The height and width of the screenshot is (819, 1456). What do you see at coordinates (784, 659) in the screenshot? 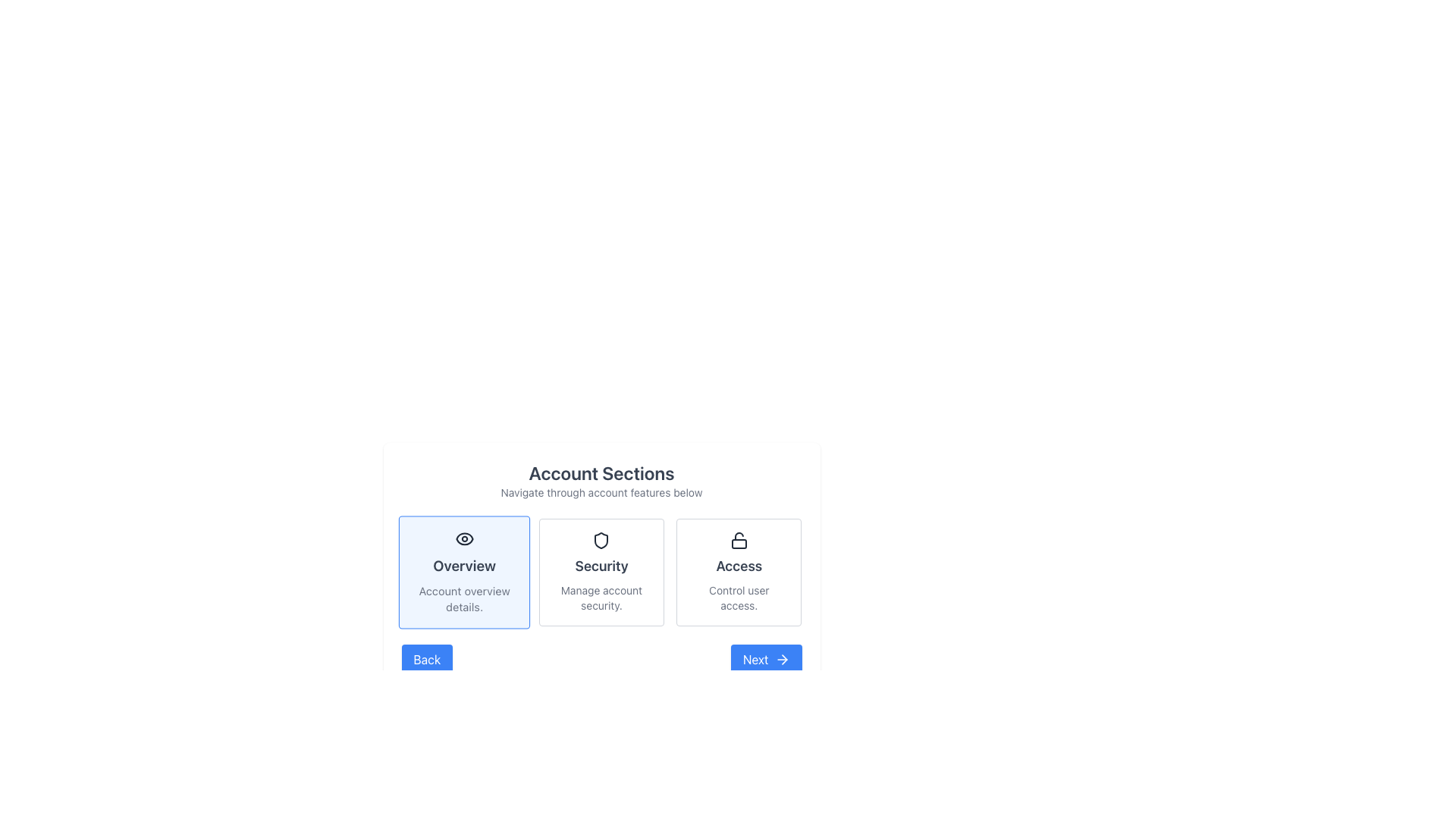
I see `the rightward-pointing arrow vector graphic icon within the 'Next' button, which serves as a visual cue for forward navigation` at bounding box center [784, 659].